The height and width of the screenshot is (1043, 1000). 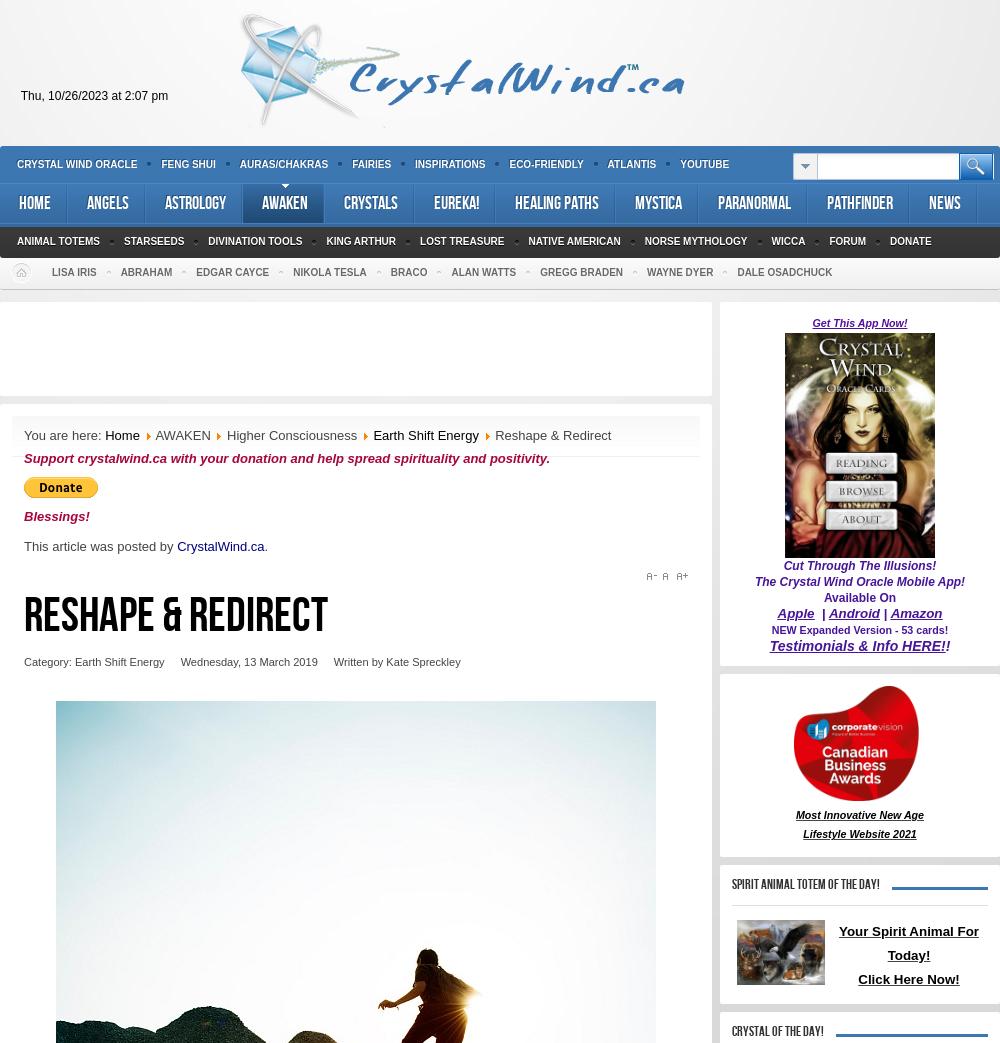 I want to click on 'Search - Categories', so click(x=81, y=24).